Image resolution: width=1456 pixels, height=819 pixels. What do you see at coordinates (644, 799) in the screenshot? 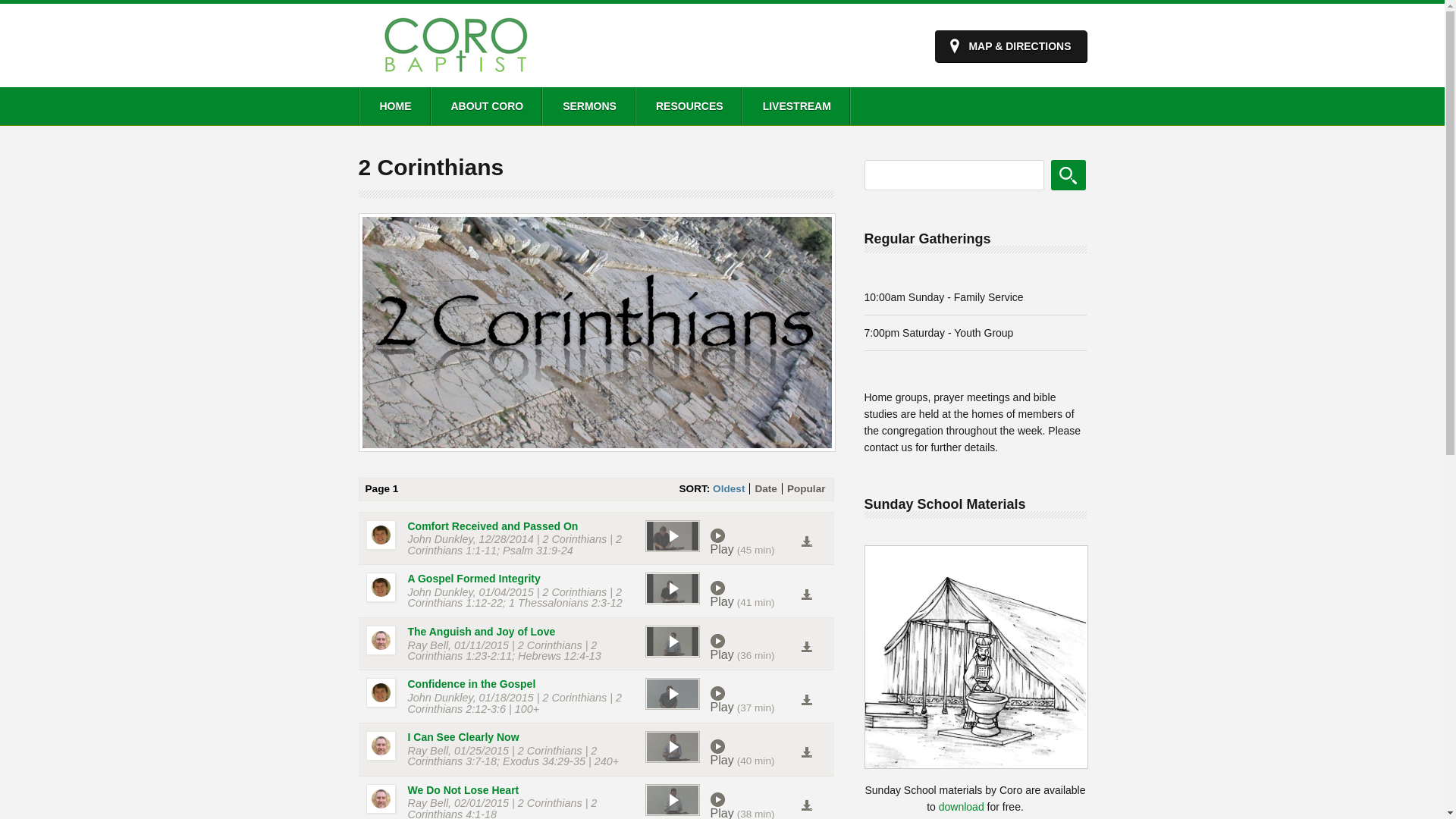
I see `'Video'` at bounding box center [644, 799].